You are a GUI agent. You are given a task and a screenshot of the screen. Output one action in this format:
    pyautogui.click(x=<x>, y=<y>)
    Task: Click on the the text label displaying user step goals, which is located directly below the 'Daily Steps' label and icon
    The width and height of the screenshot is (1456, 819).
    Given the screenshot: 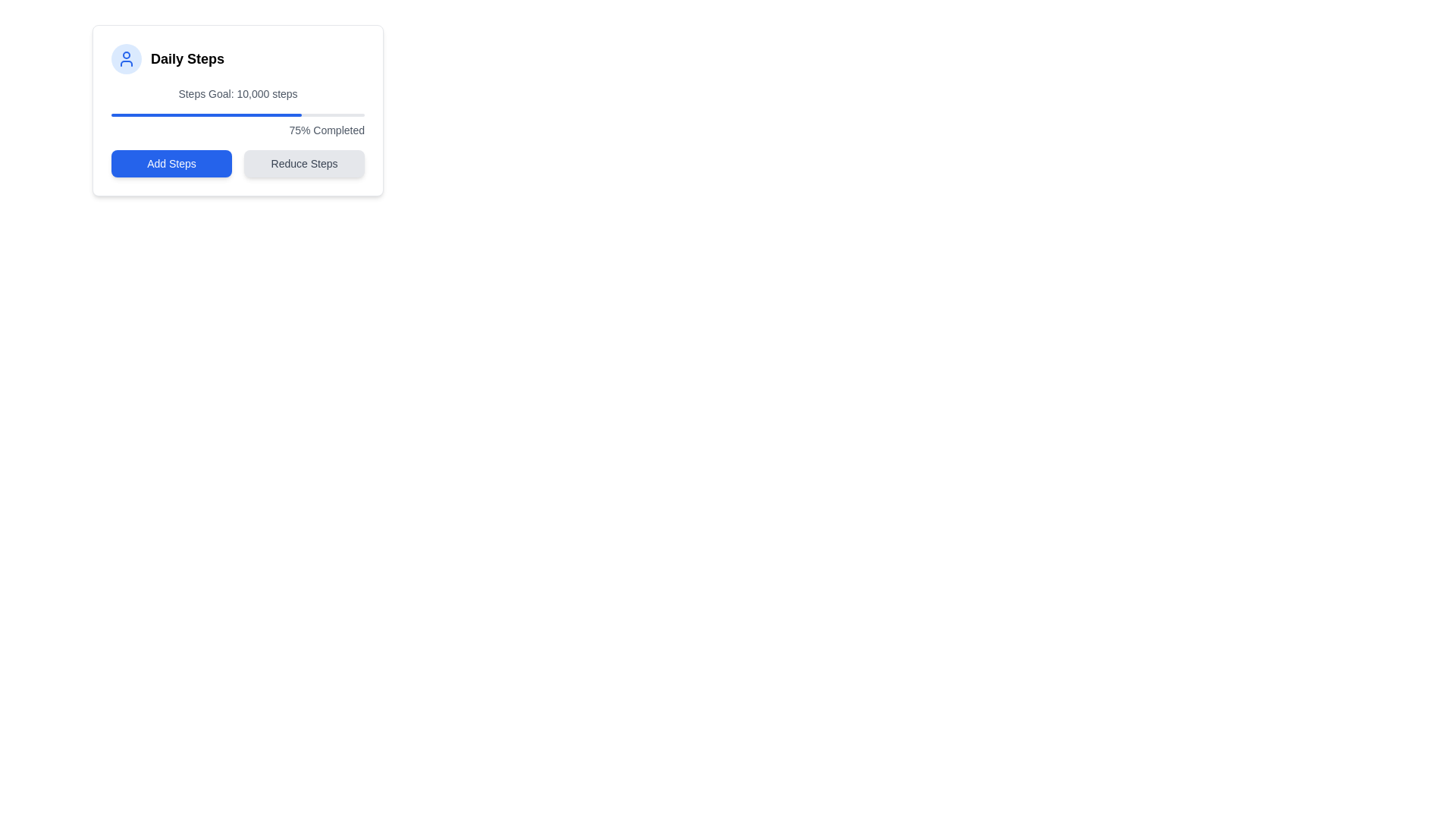 What is the action you would take?
    pyautogui.click(x=237, y=93)
    